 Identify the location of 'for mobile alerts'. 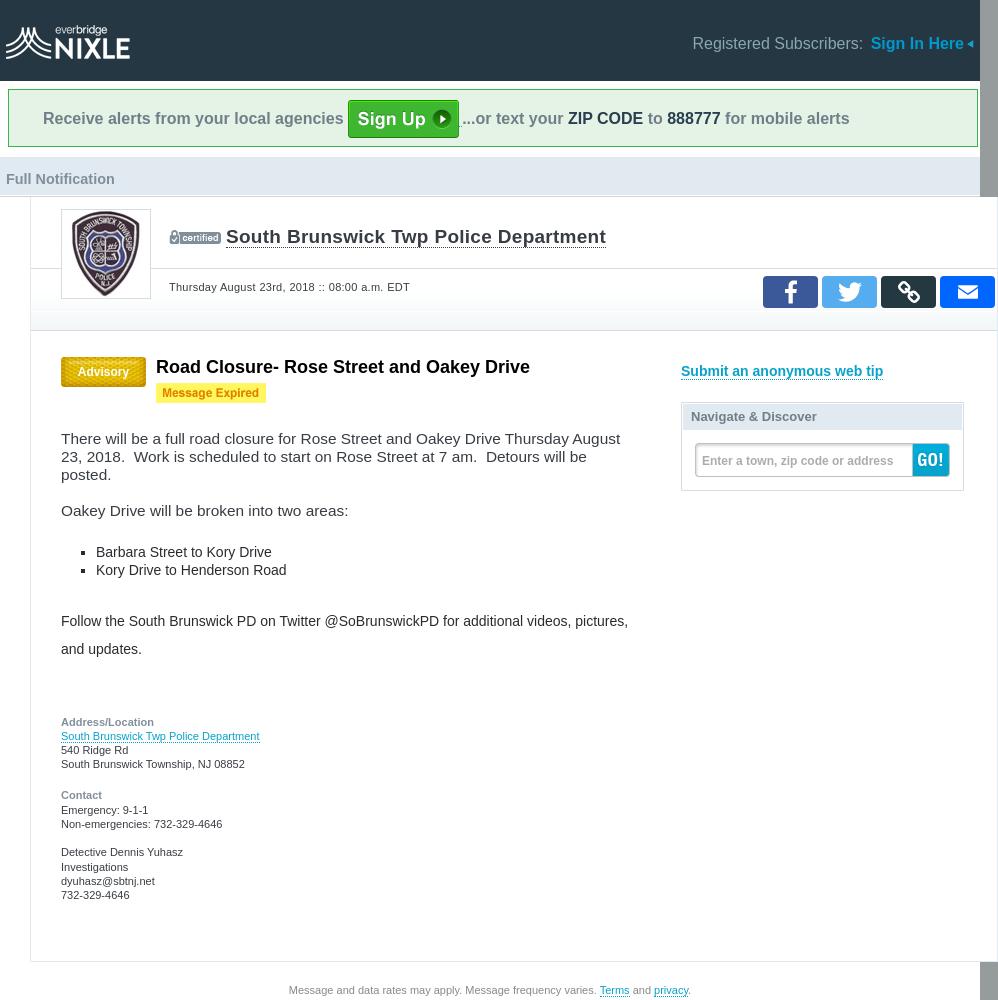
(783, 116).